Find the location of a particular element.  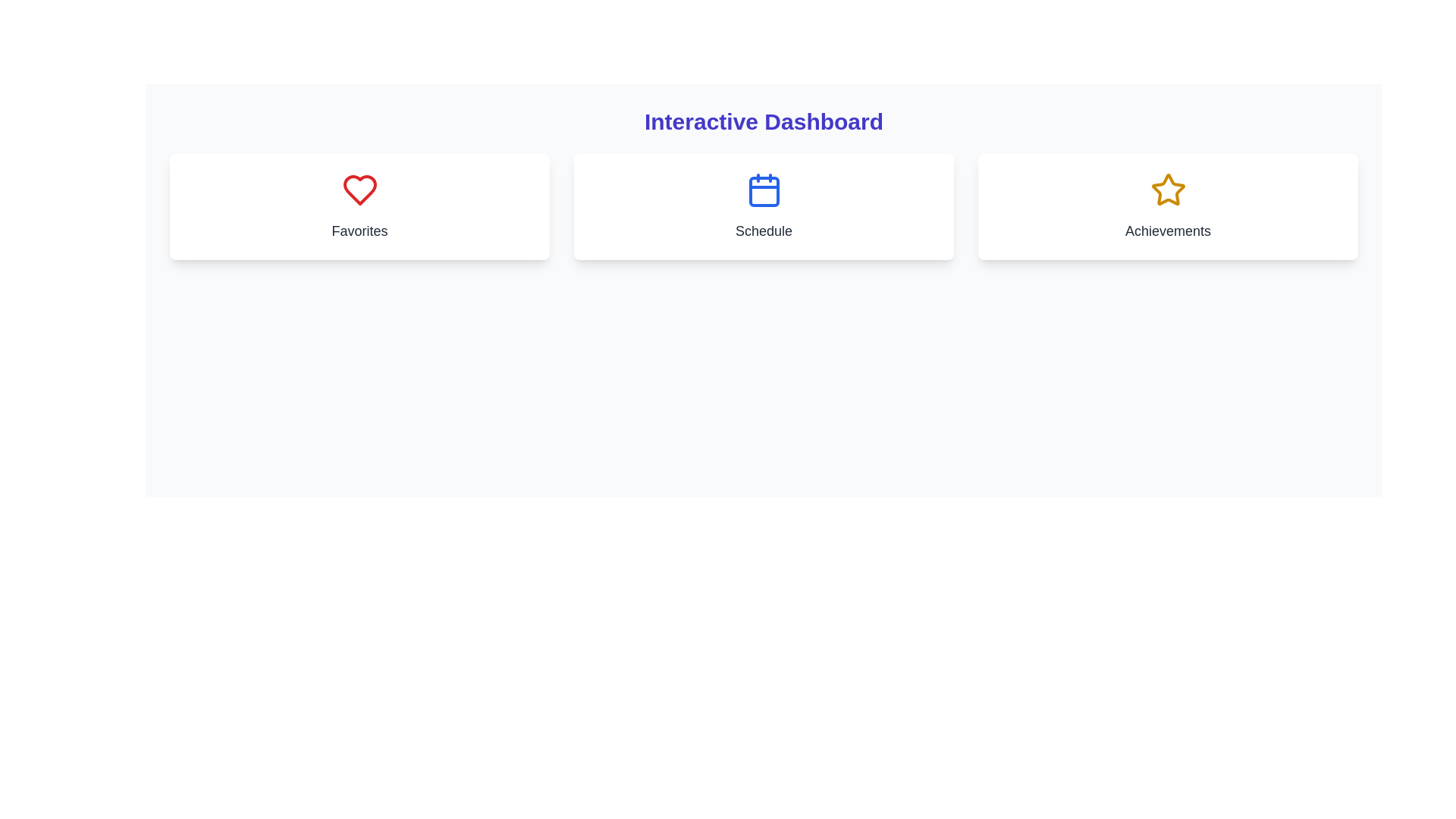

the yellow star-shaped icon representing achievements, located above the 'Achievements' text label is located at coordinates (1167, 189).